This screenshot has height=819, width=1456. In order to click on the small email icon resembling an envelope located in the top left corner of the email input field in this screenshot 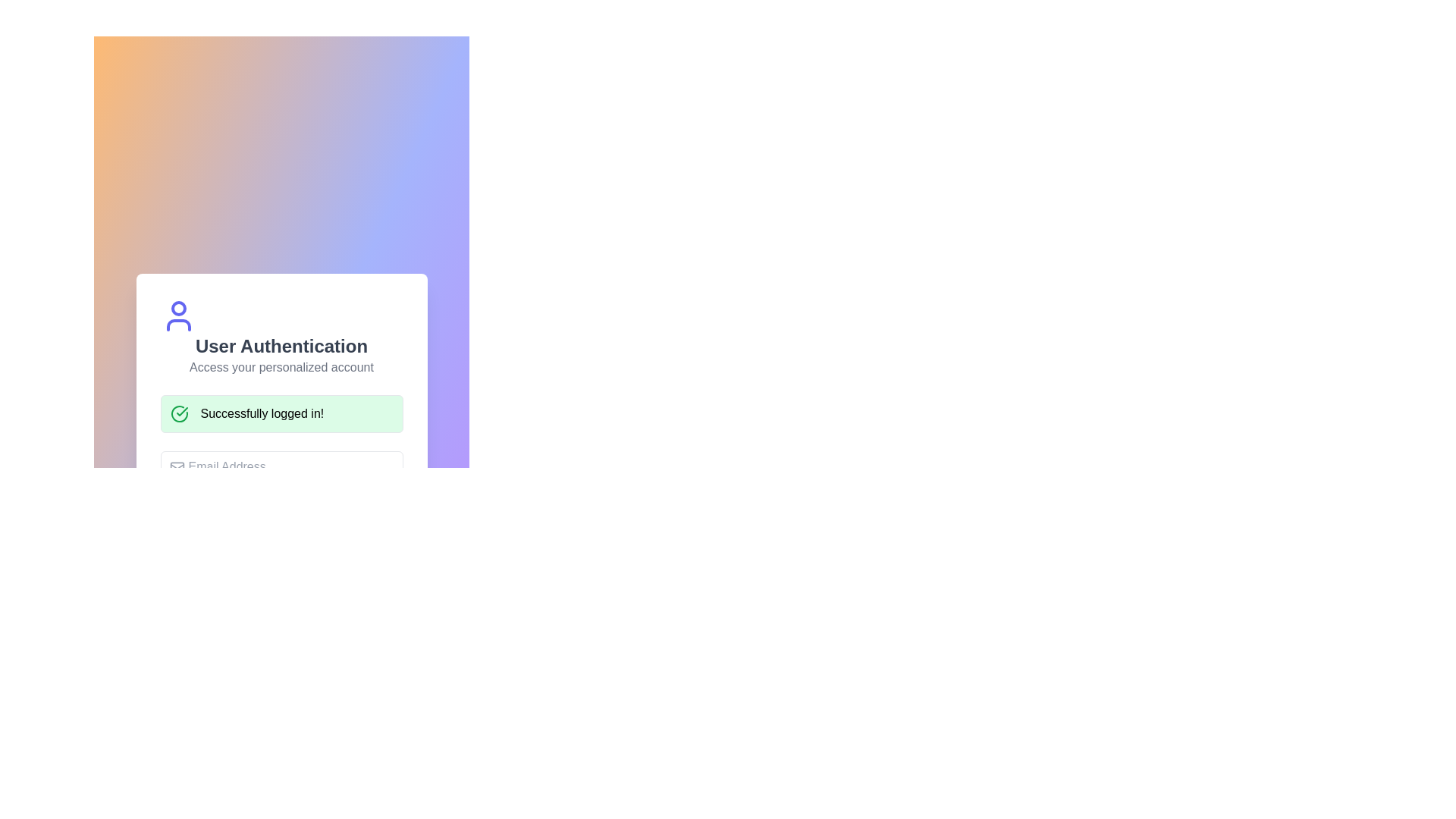, I will do `click(177, 467)`.